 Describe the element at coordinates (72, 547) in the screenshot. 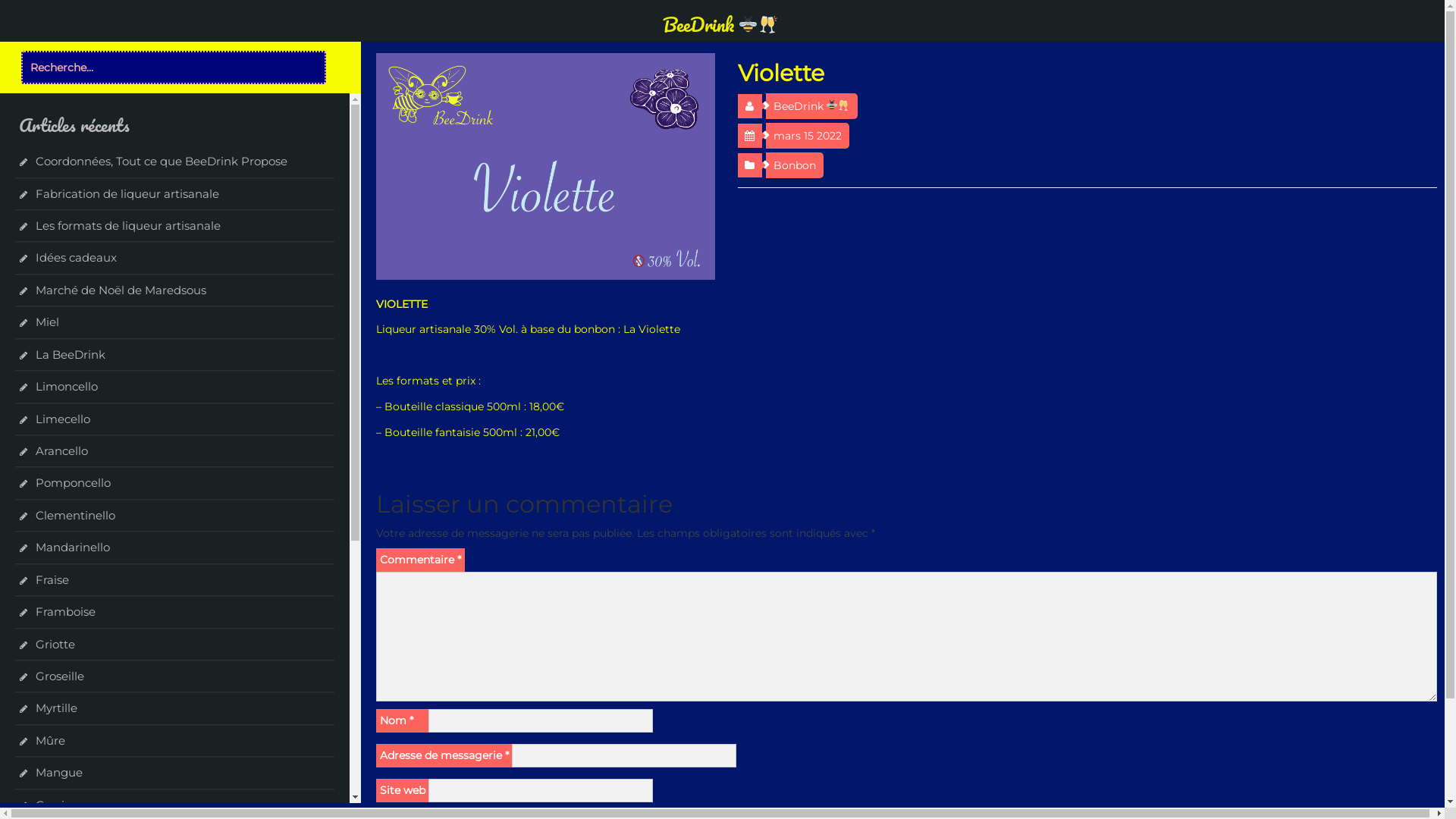

I see `'Mandarinello'` at that location.